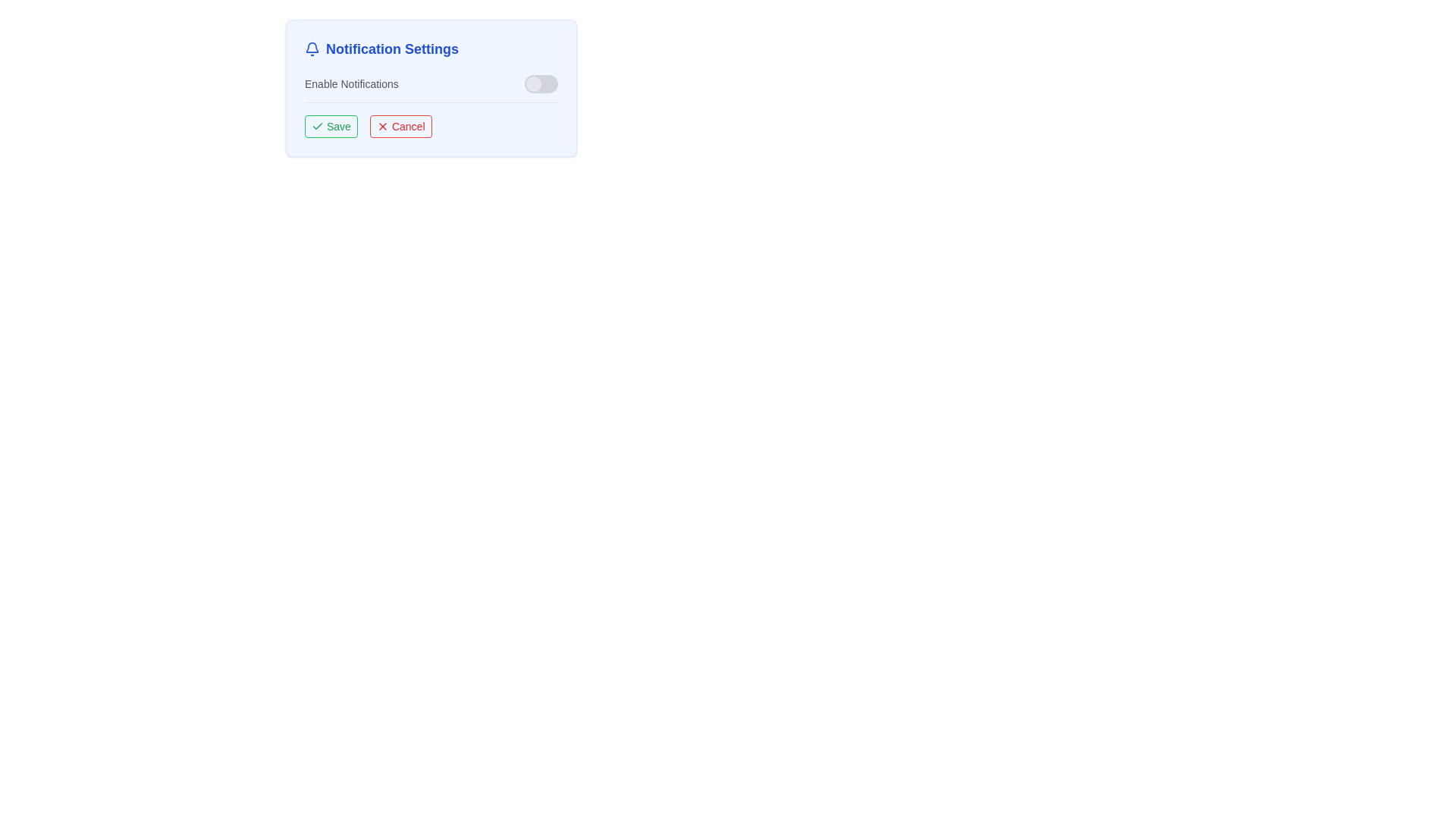  Describe the element at coordinates (408, 125) in the screenshot. I see `the cancel button located to the right of the green 'Save' button in the 'Notification Settings' card` at that location.